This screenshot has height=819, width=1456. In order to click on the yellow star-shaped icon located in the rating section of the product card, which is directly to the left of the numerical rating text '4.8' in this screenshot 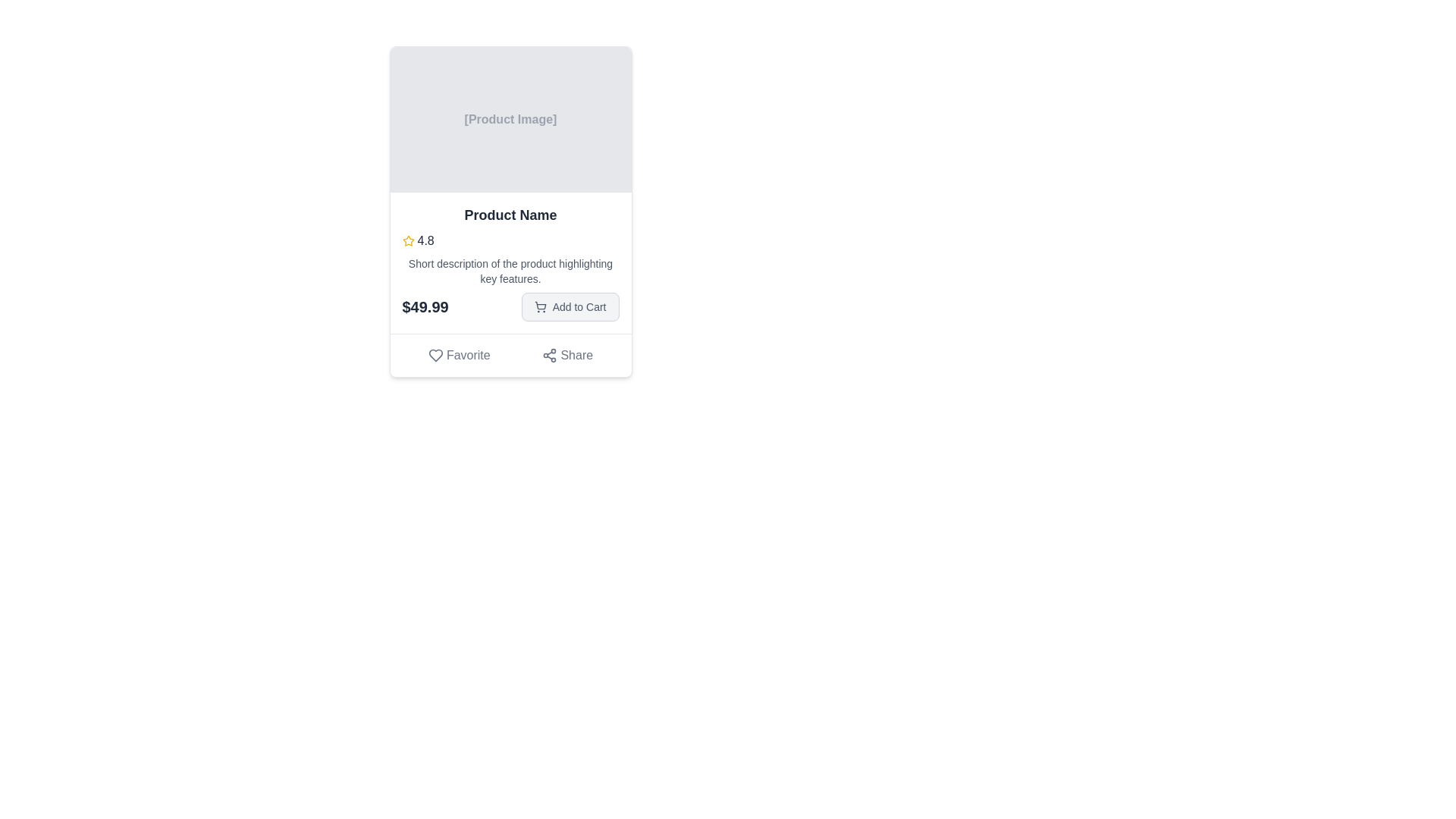, I will do `click(408, 240)`.